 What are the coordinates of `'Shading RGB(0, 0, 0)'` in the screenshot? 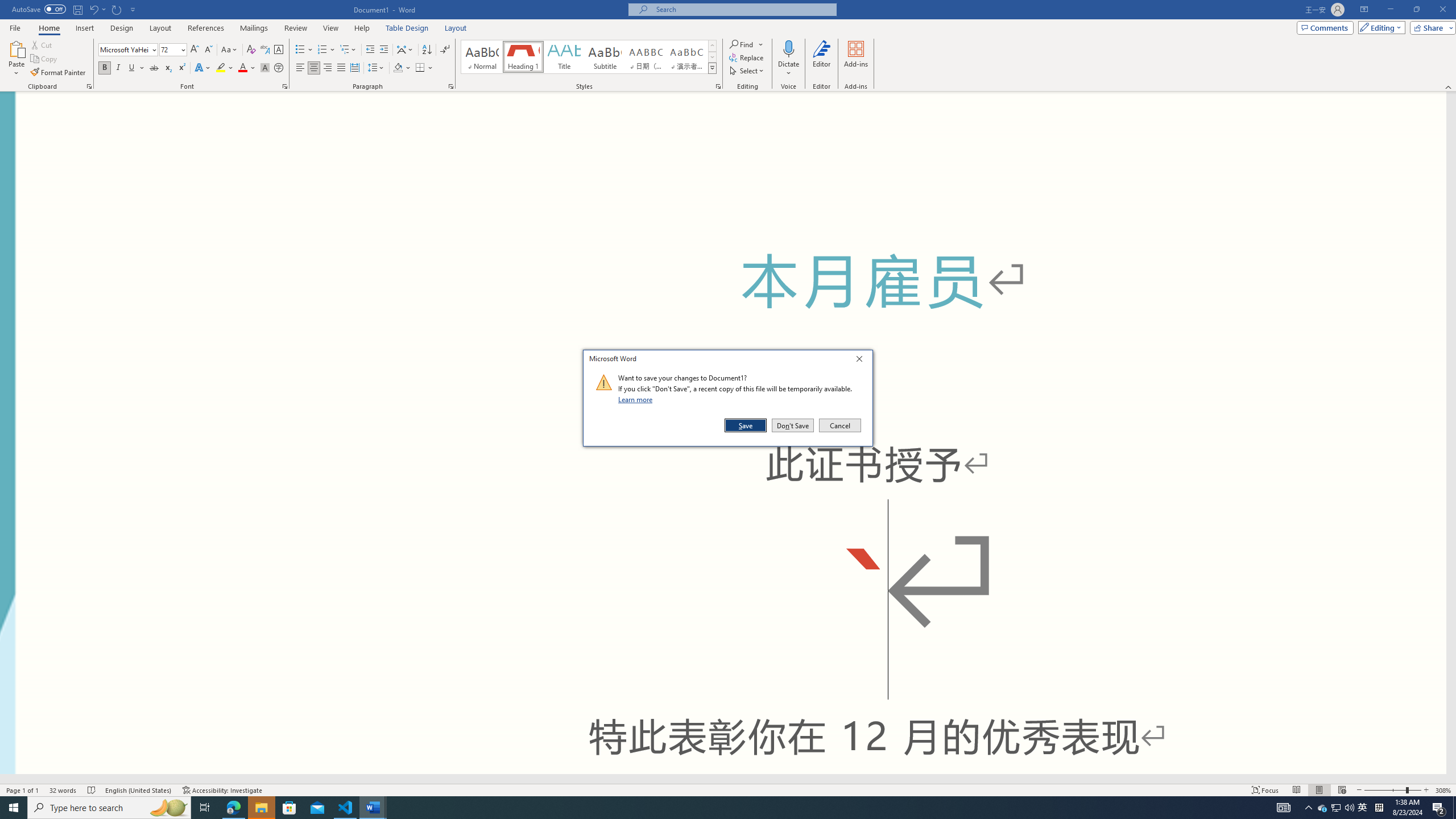 It's located at (398, 67).